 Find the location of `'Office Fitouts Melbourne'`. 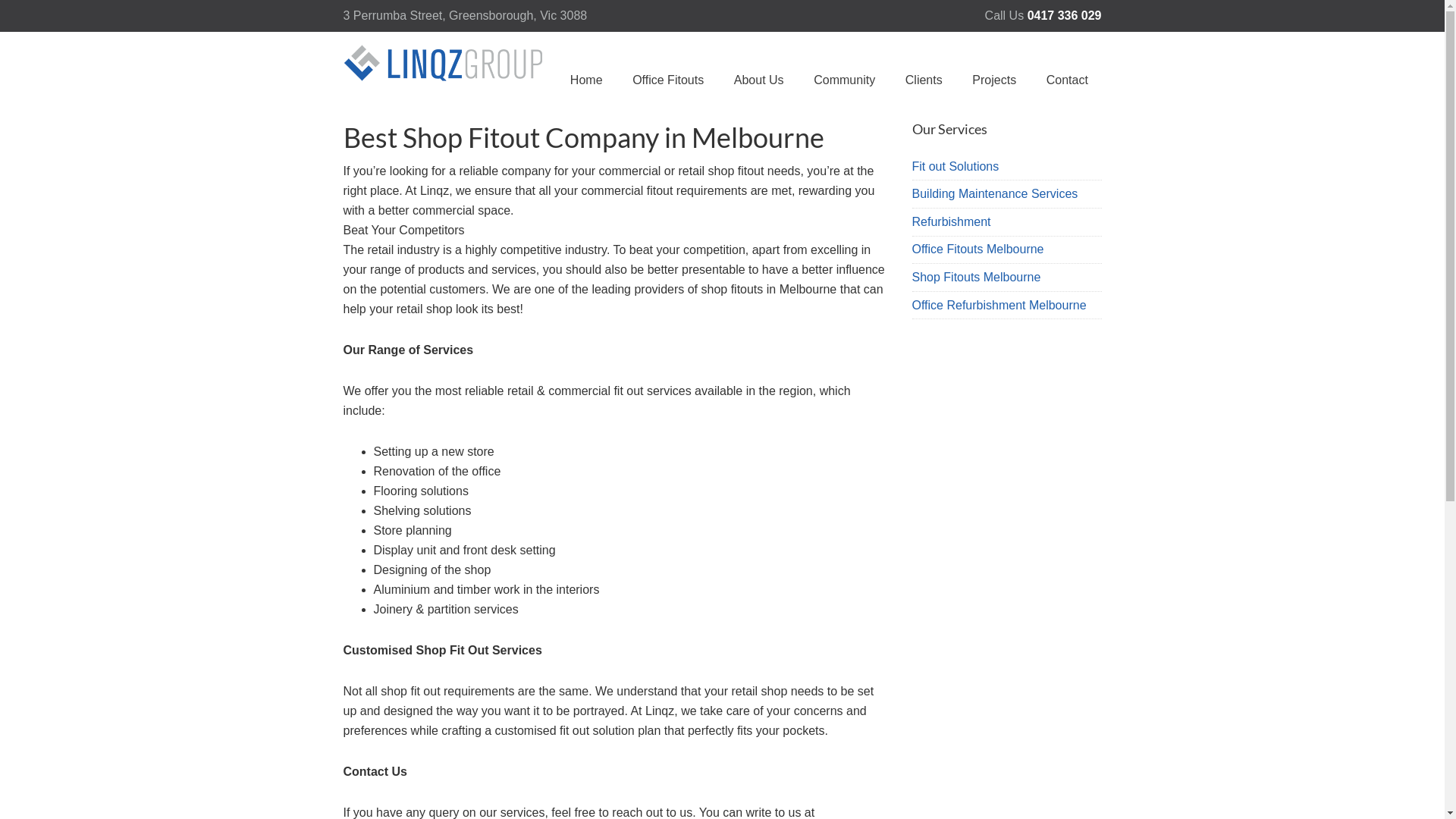

'Office Fitouts Melbourne' is located at coordinates (1006, 249).